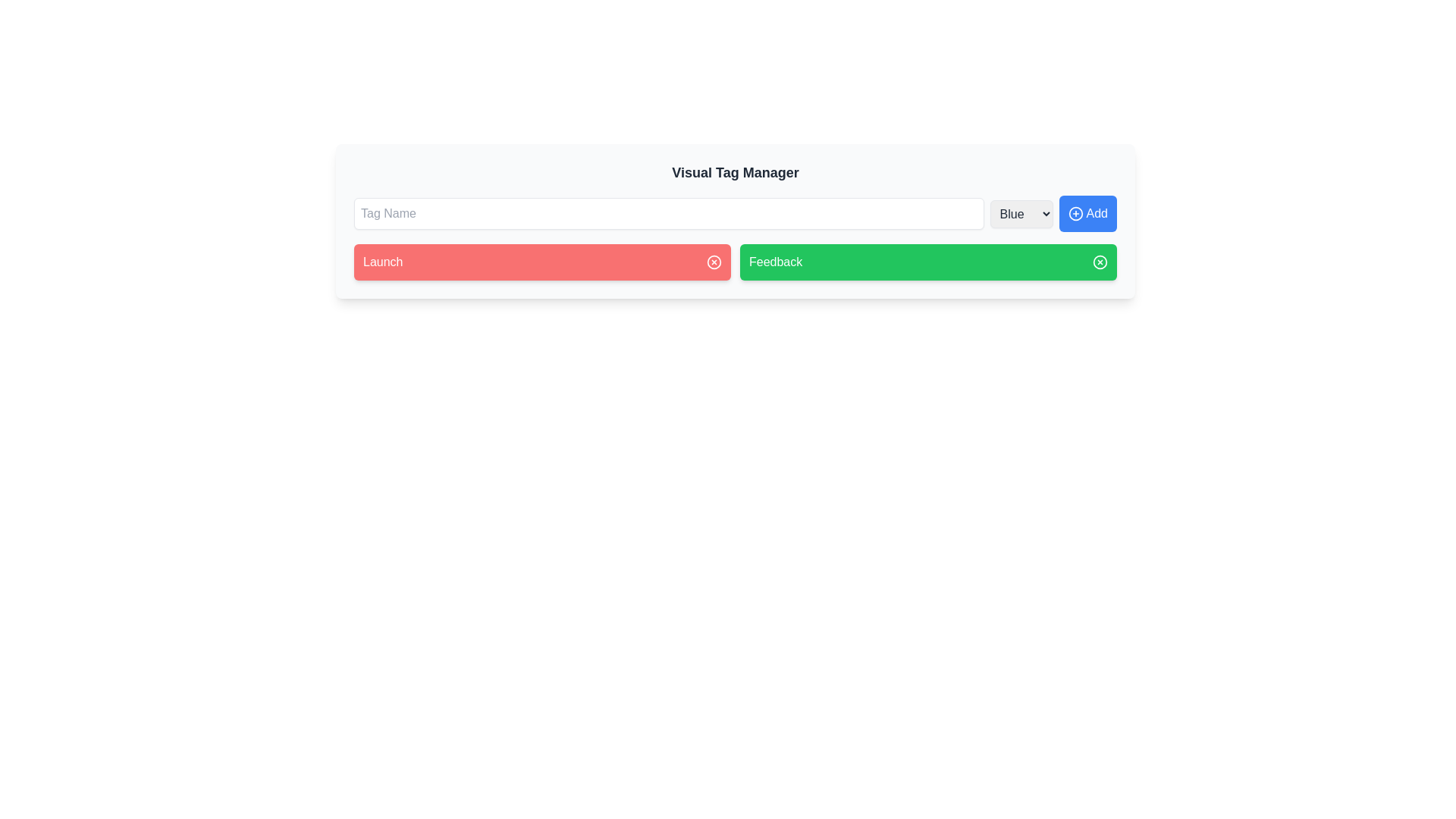  I want to click on the circular icon with a cross inside it, located at the far right corner of the red 'Launch' button, so click(713, 262).